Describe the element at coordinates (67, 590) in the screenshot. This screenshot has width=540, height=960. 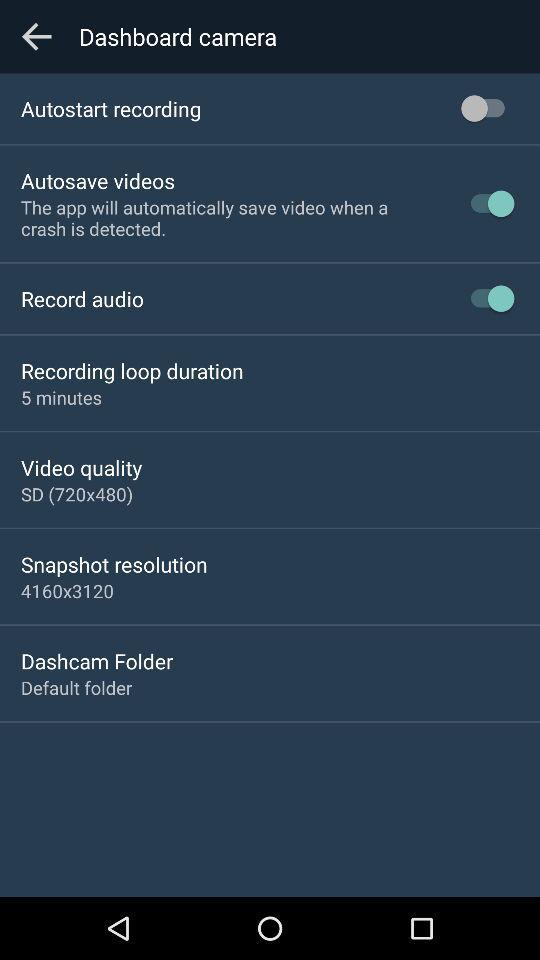
I see `the icon above dashcam folder icon` at that location.